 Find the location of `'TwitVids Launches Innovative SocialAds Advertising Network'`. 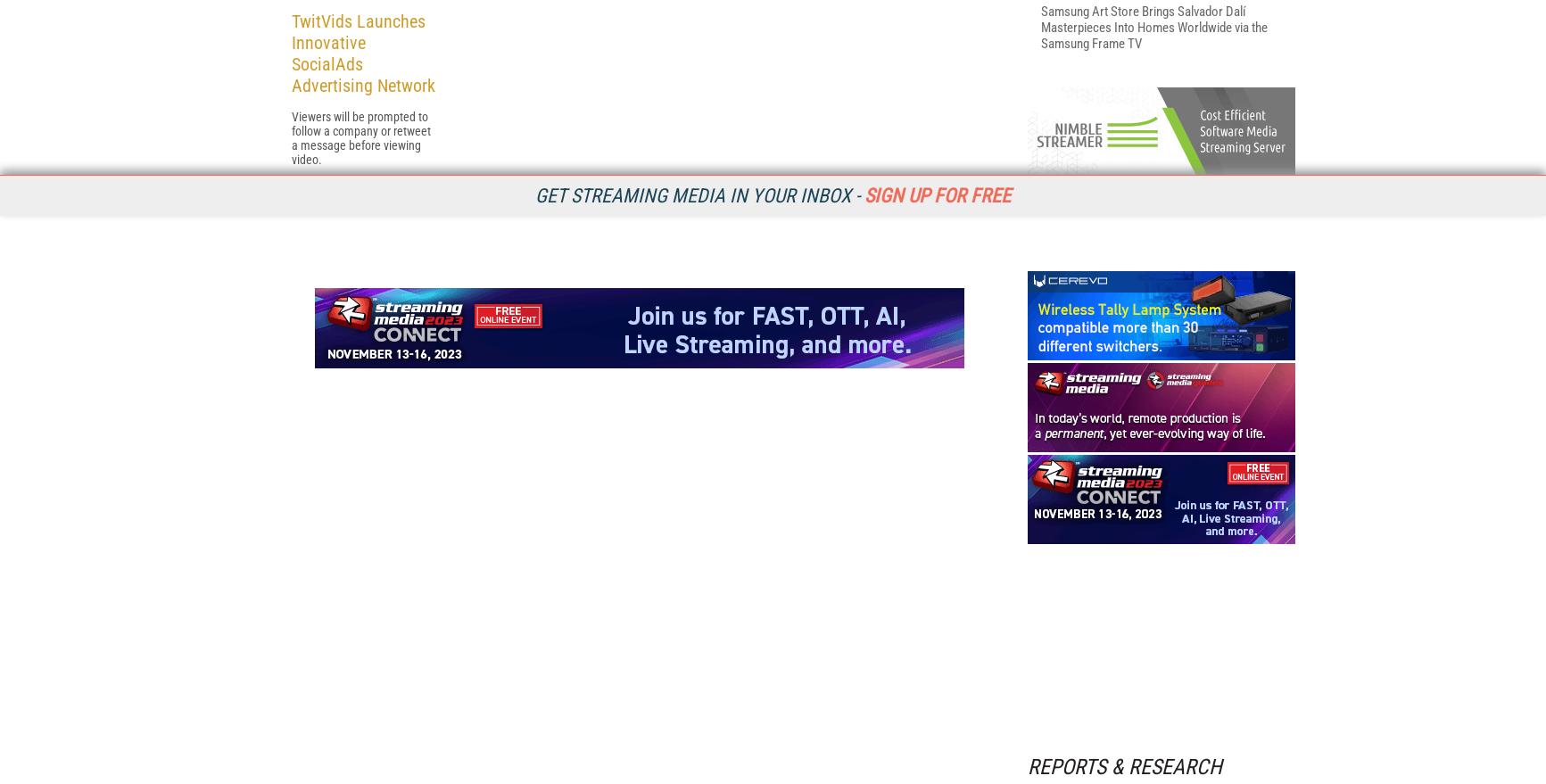

'TwitVids Launches Innovative SocialAds Advertising Network' is located at coordinates (361, 285).